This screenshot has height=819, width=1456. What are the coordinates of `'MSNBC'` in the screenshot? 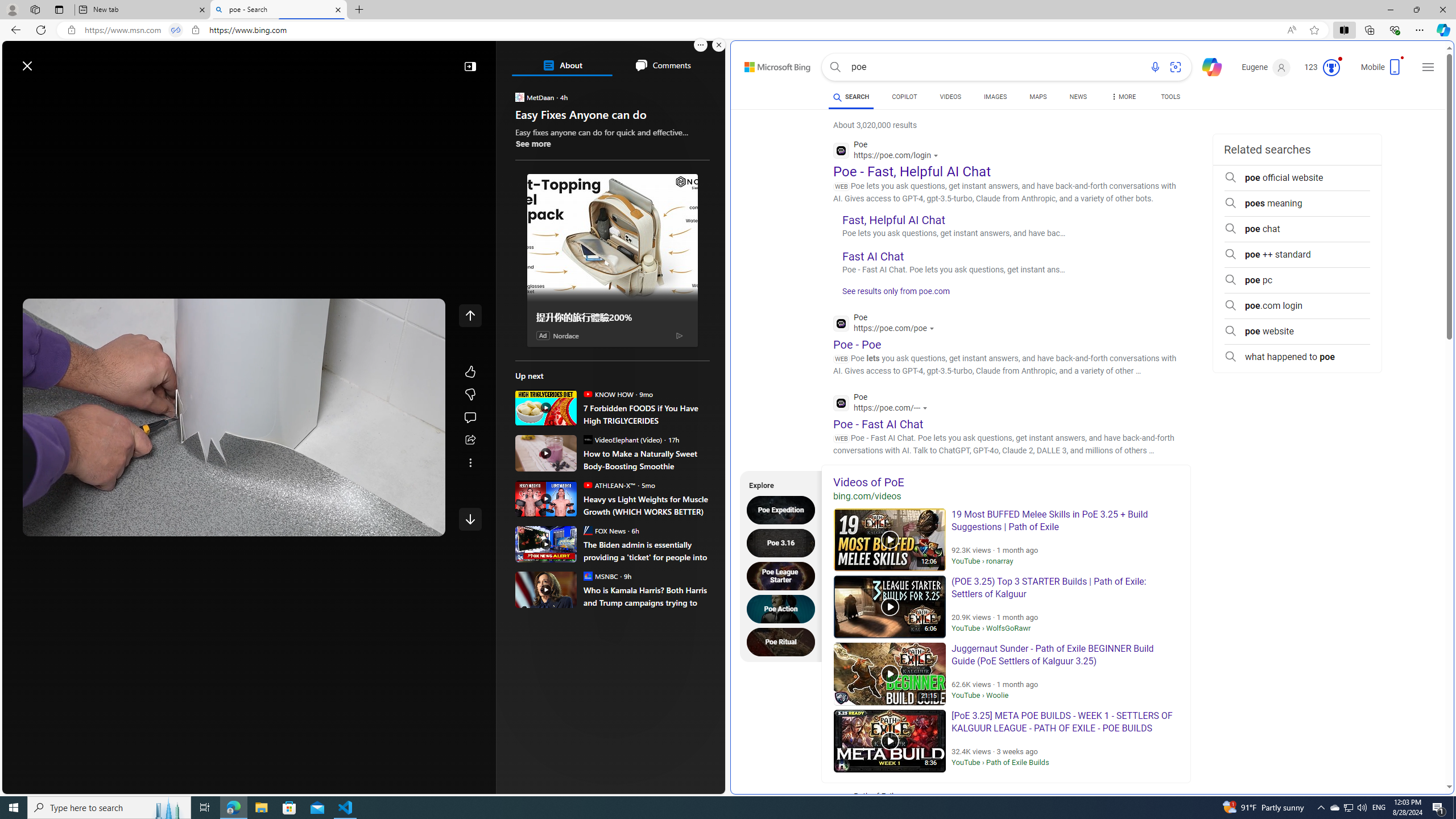 It's located at (586, 575).